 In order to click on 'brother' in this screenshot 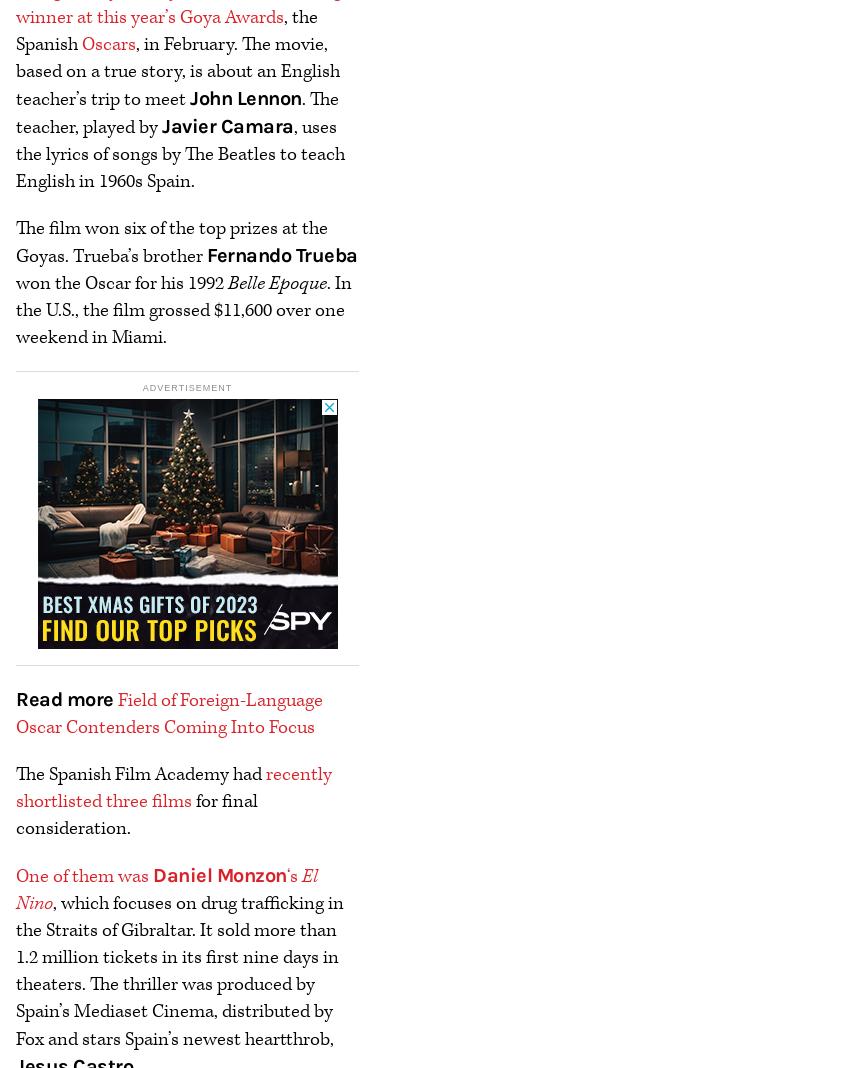, I will do `click(137, 255)`.